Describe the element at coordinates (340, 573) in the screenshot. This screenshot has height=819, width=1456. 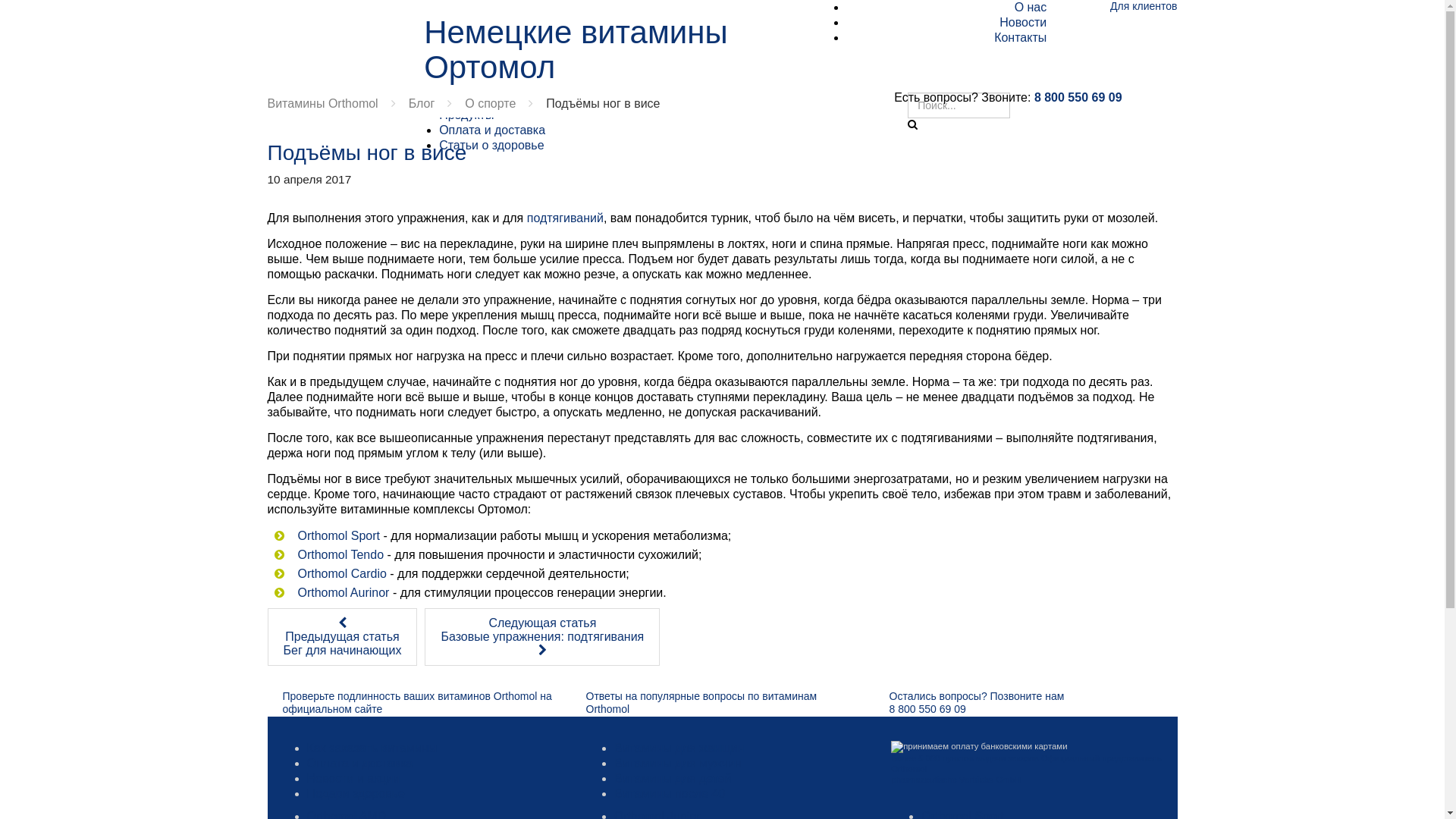
I see `'Orthomol Cardio'` at that location.